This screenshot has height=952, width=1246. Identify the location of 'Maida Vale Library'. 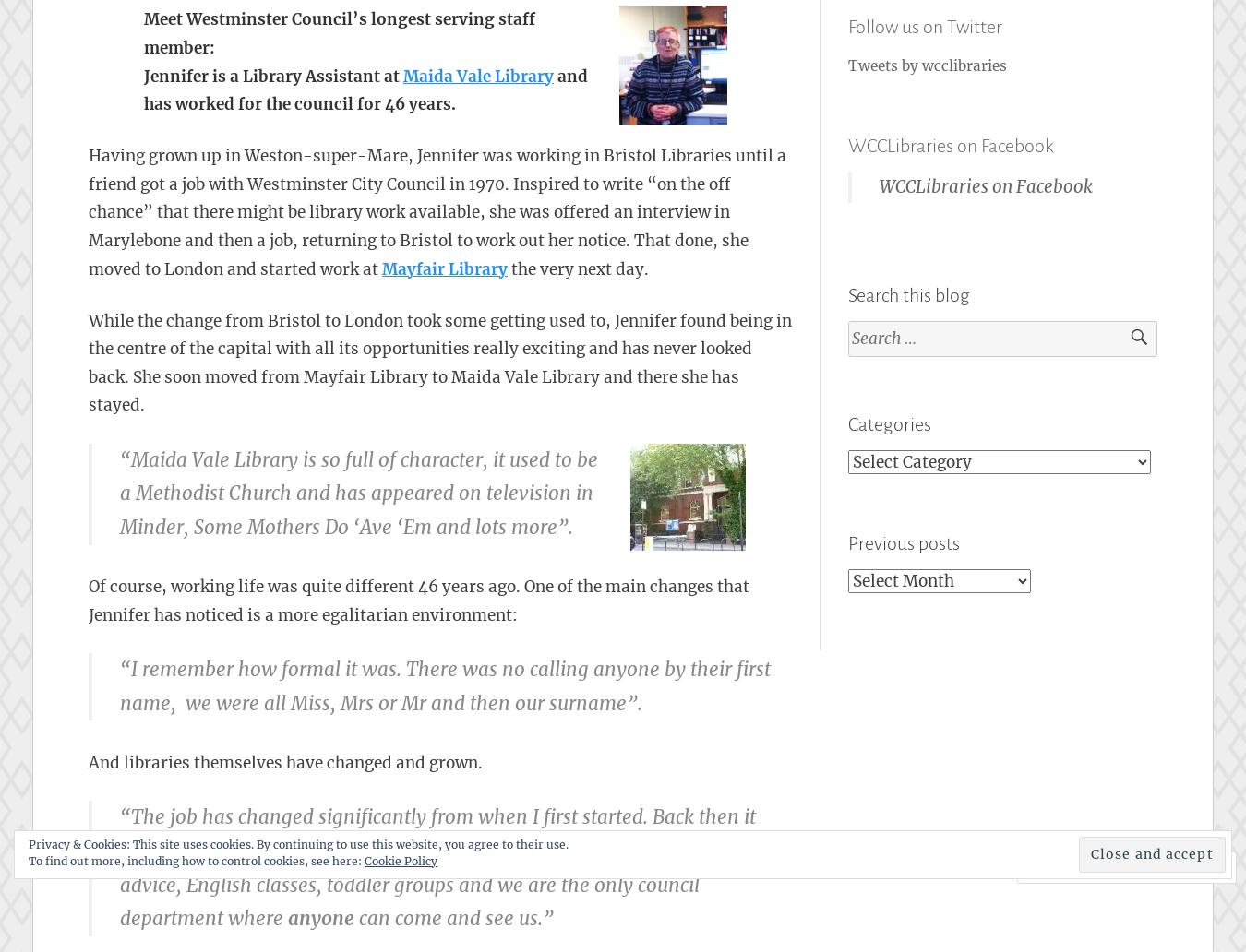
(477, 76).